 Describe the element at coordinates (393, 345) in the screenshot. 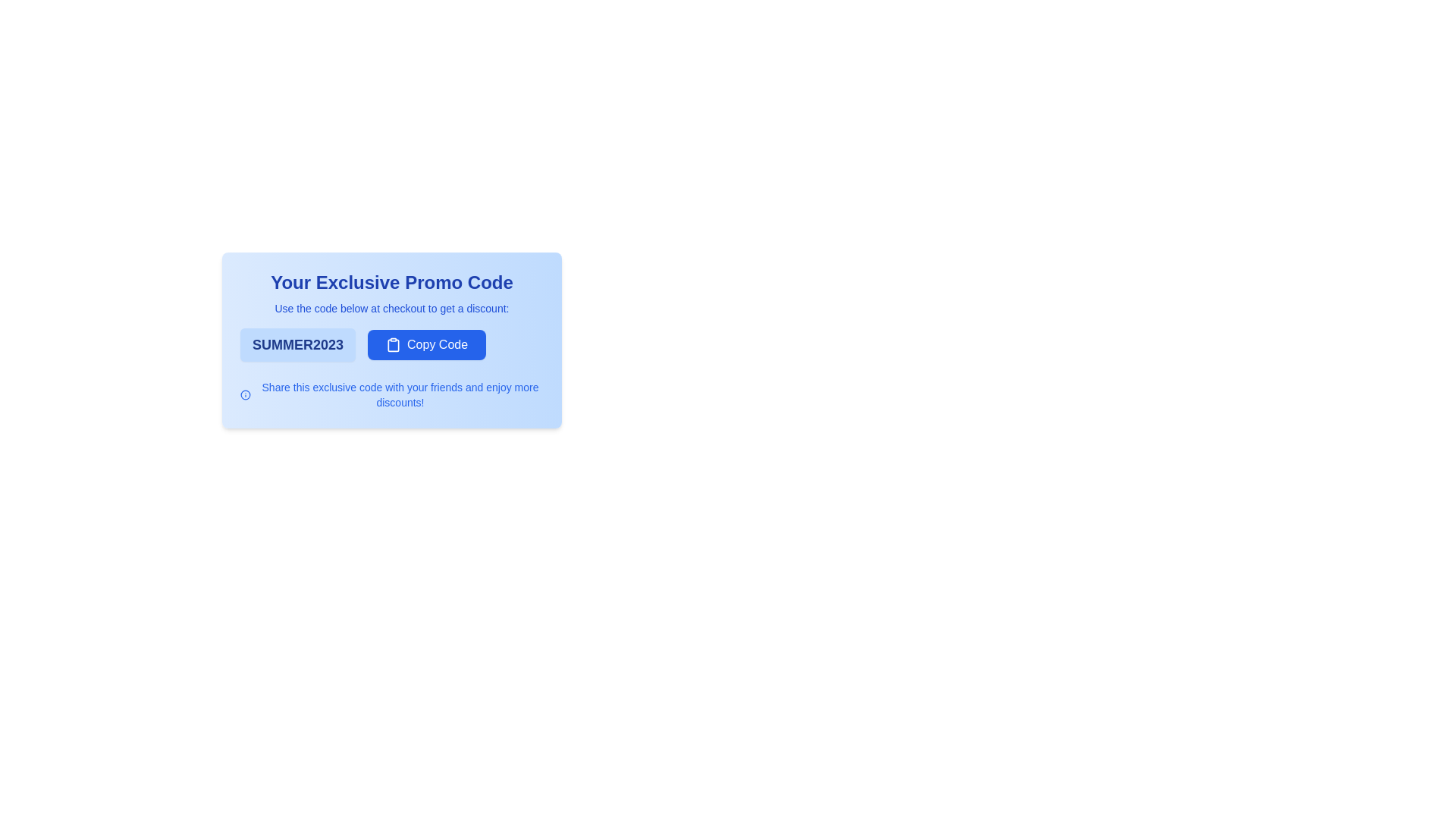

I see `the visual indicator icon located to the left of the 'Copy Code' button, which enhances the clarity of the button's purpose` at that location.